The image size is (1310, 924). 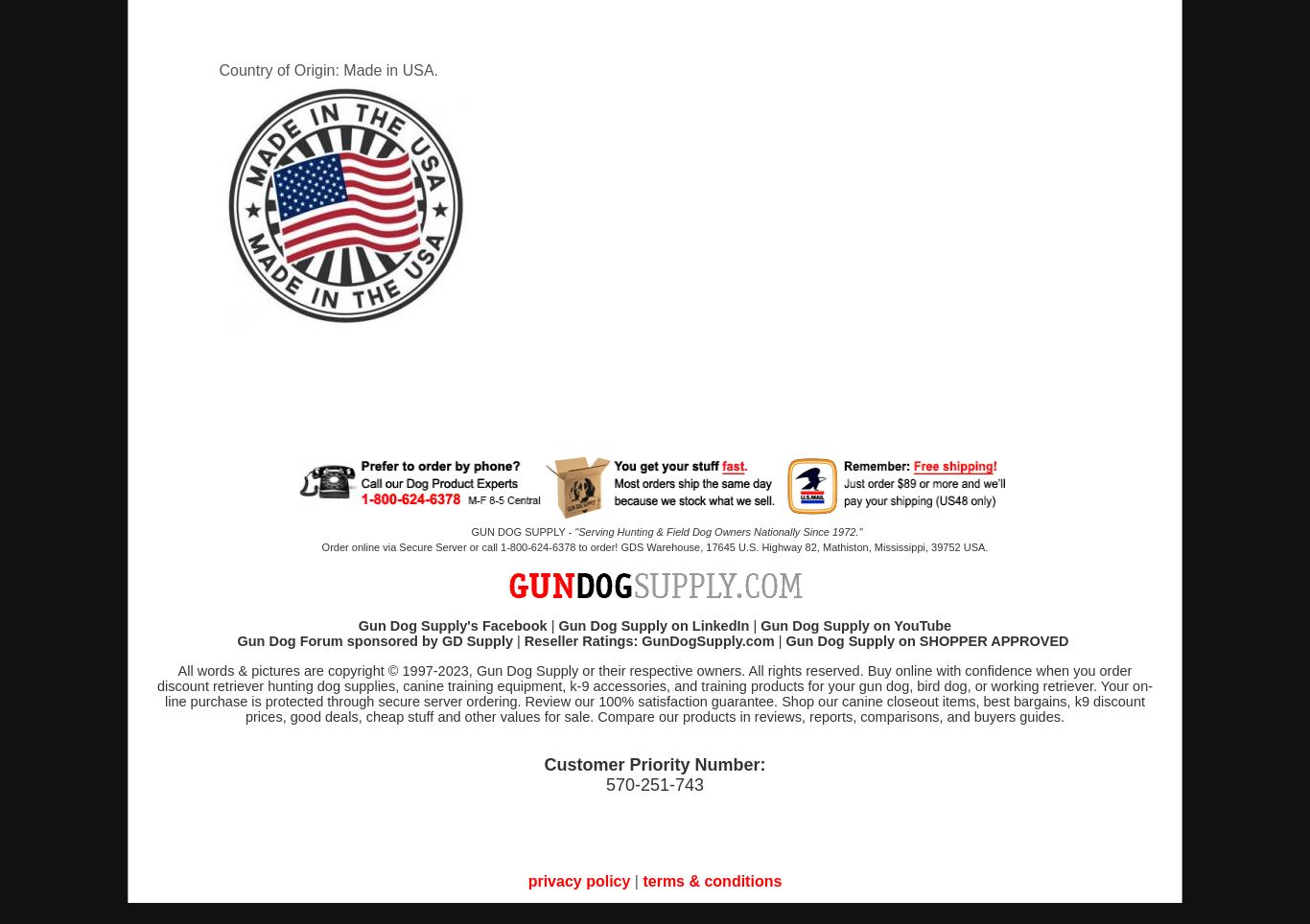 What do you see at coordinates (652, 625) in the screenshot?
I see `'Gun Dog Supply on LinkedIn'` at bounding box center [652, 625].